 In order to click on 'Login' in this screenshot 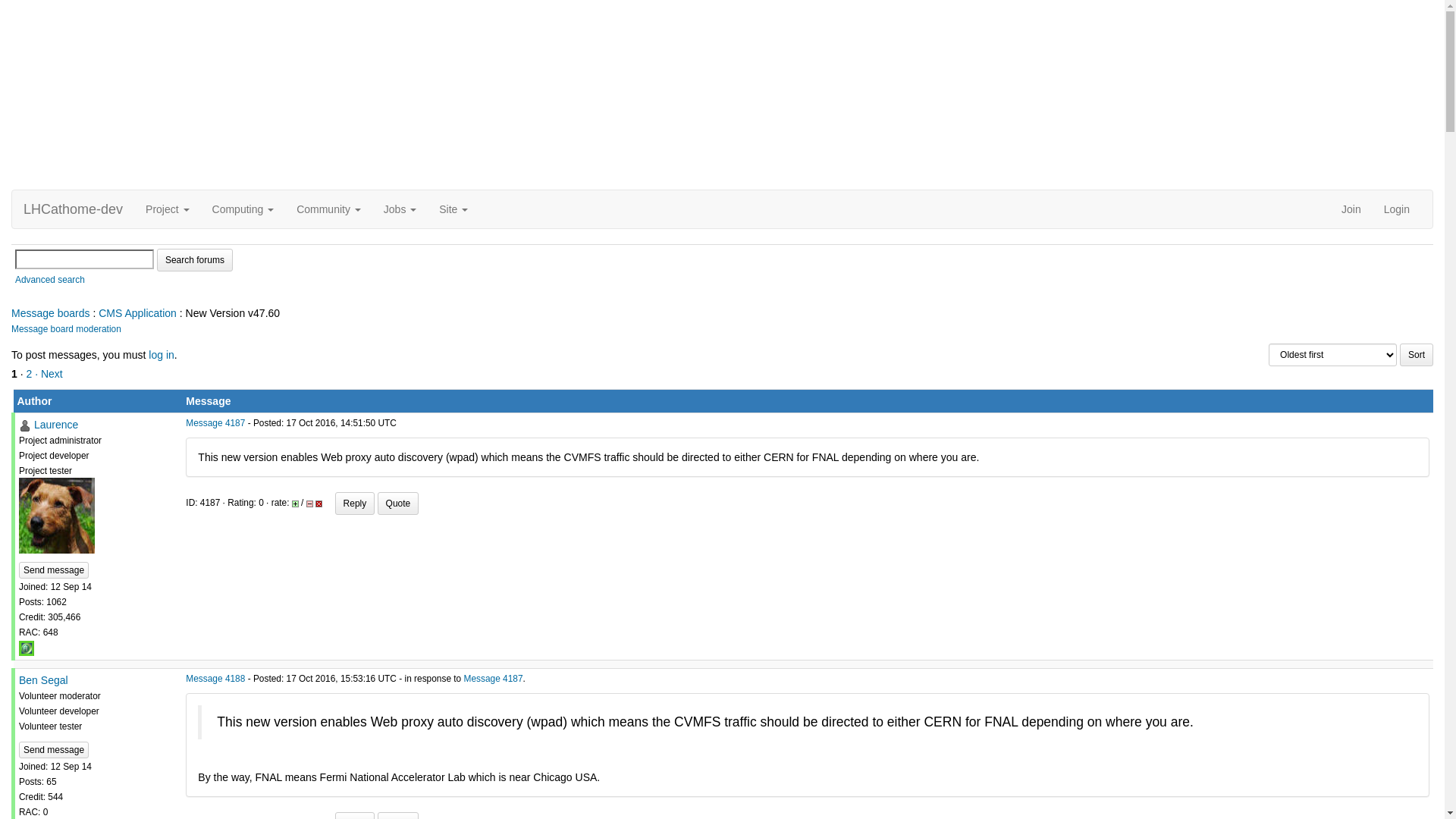, I will do `click(1372, 209)`.